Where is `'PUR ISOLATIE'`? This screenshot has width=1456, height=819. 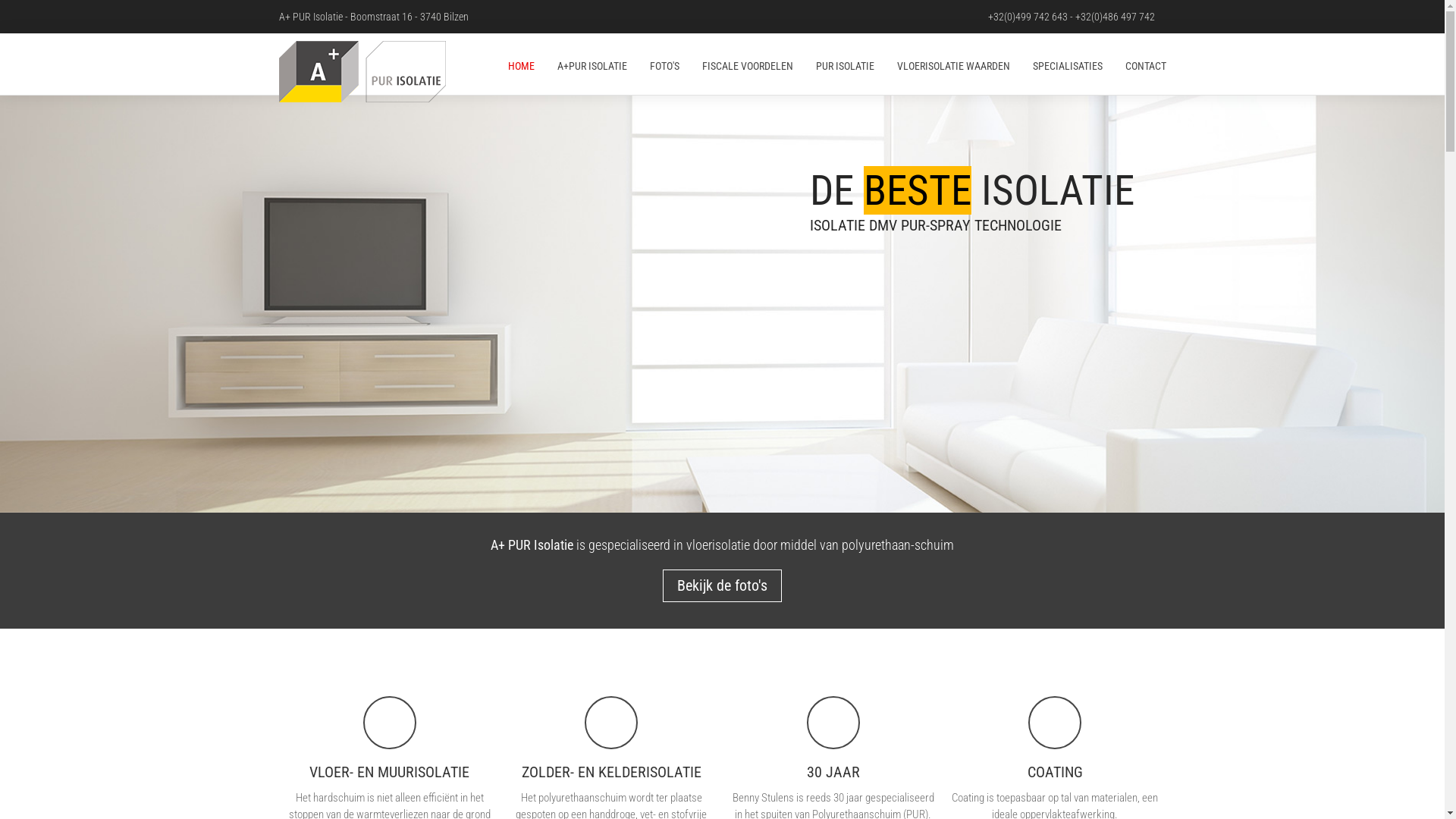
'PUR ISOLATIE' is located at coordinates (843, 63).